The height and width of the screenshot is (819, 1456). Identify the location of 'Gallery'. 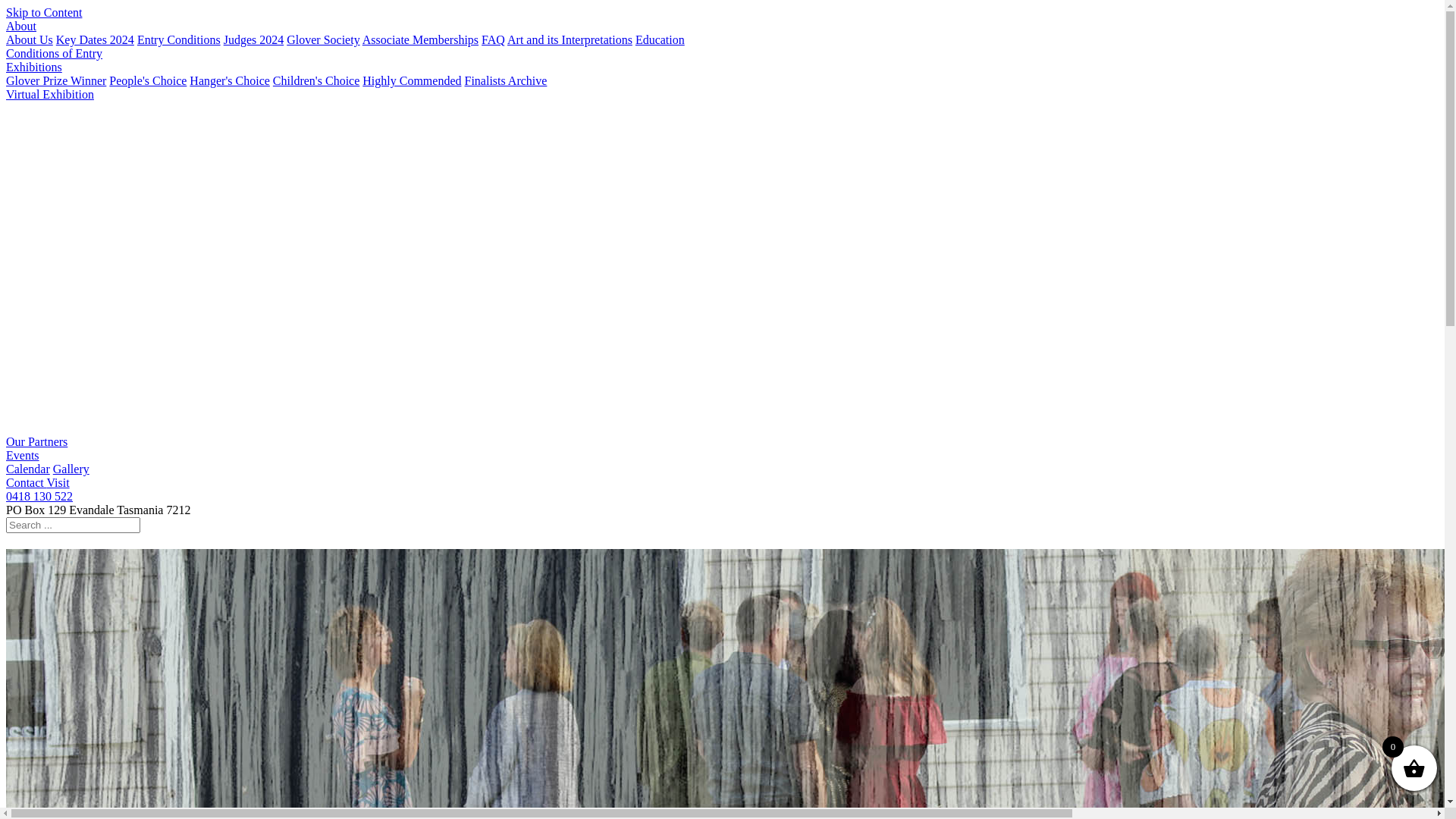
(71, 468).